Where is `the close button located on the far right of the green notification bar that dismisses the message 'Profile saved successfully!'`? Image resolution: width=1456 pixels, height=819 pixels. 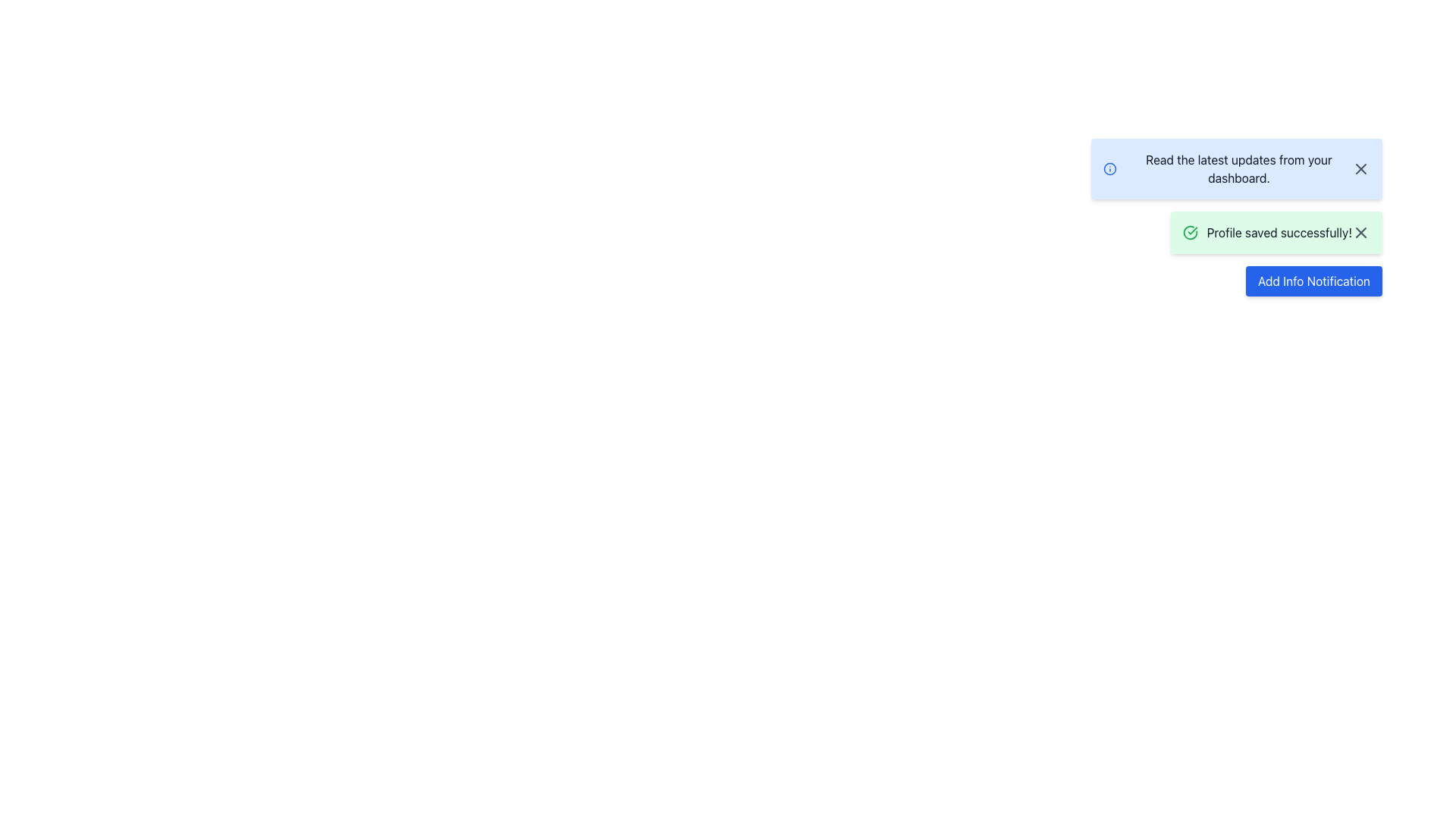
the close button located on the far right of the green notification bar that dismisses the message 'Profile saved successfully!' is located at coordinates (1361, 233).